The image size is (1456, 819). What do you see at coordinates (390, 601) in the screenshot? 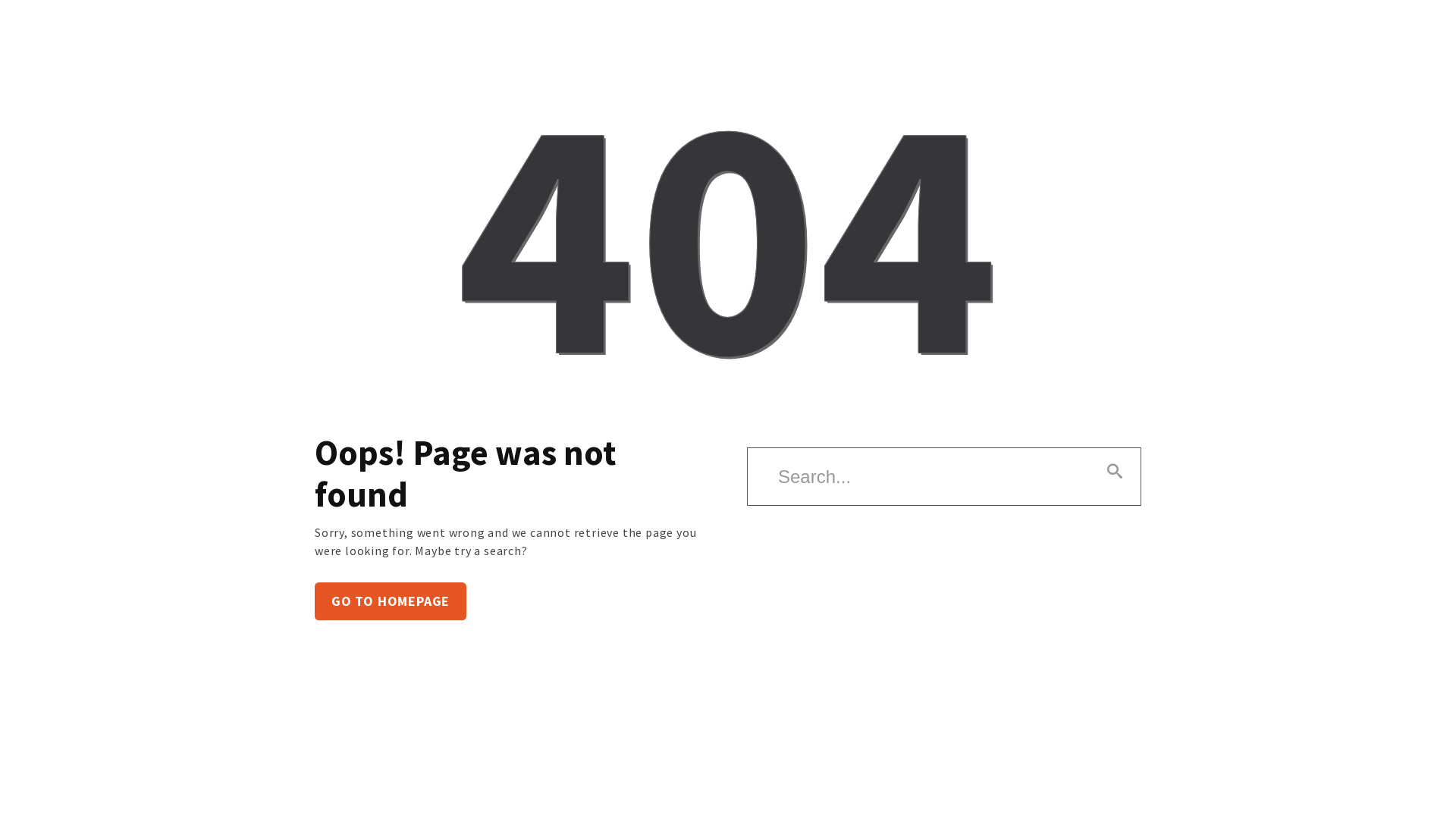
I see `'GO TO HOMEPAGE'` at bounding box center [390, 601].